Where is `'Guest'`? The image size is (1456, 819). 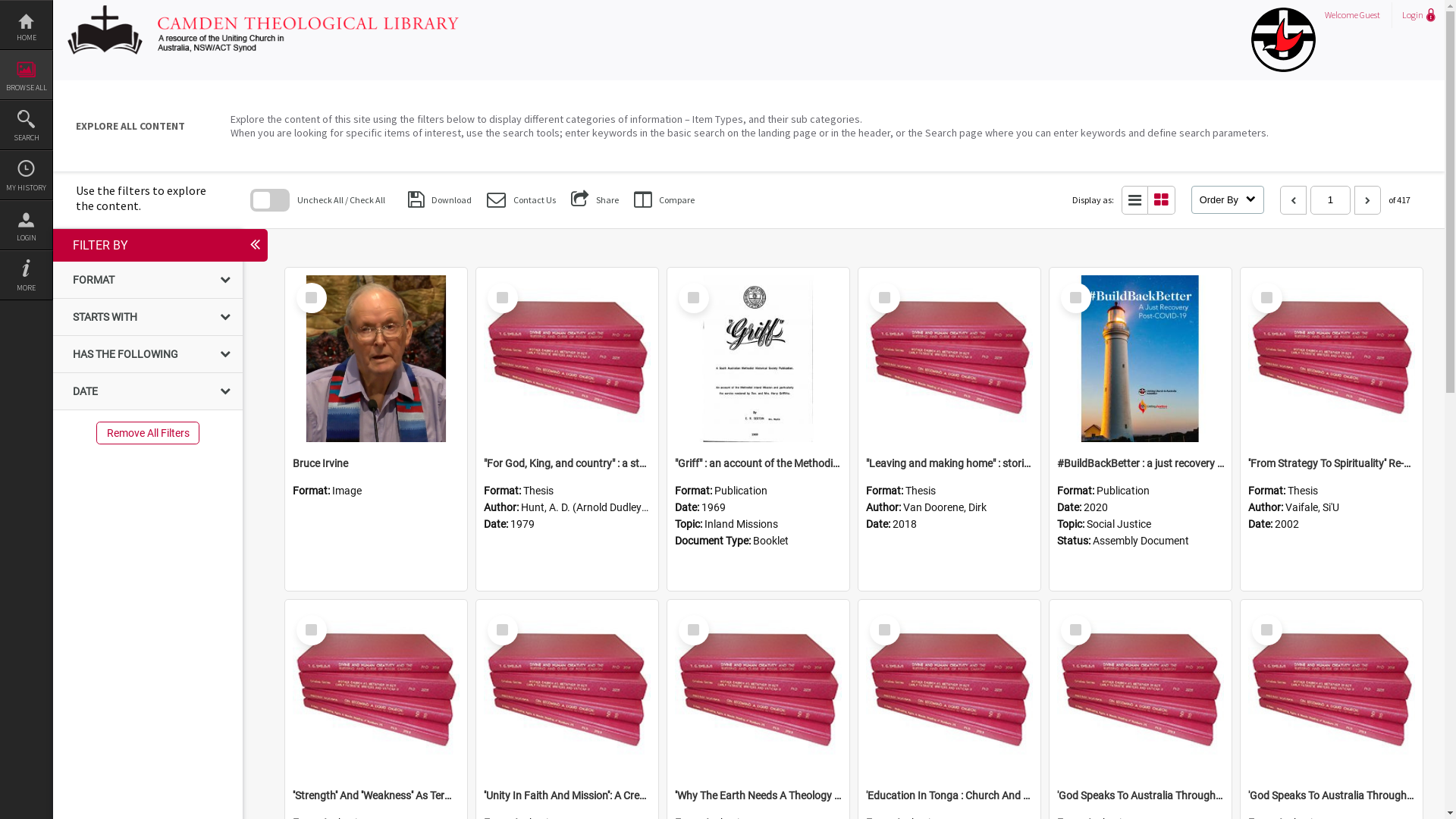
'Guest' is located at coordinates (1370, 14).